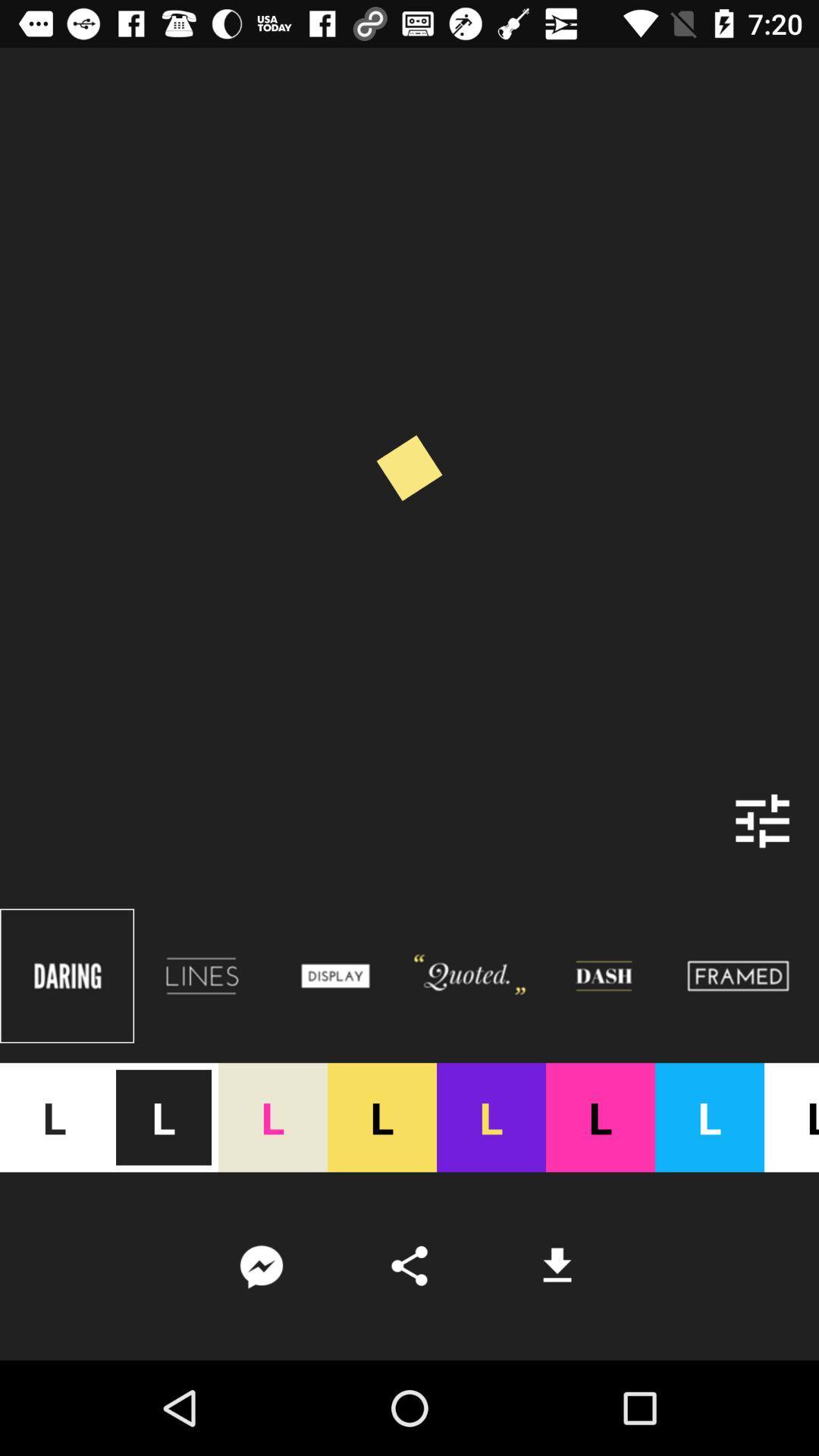  What do you see at coordinates (260, 1266) in the screenshot?
I see `the chat icon` at bounding box center [260, 1266].